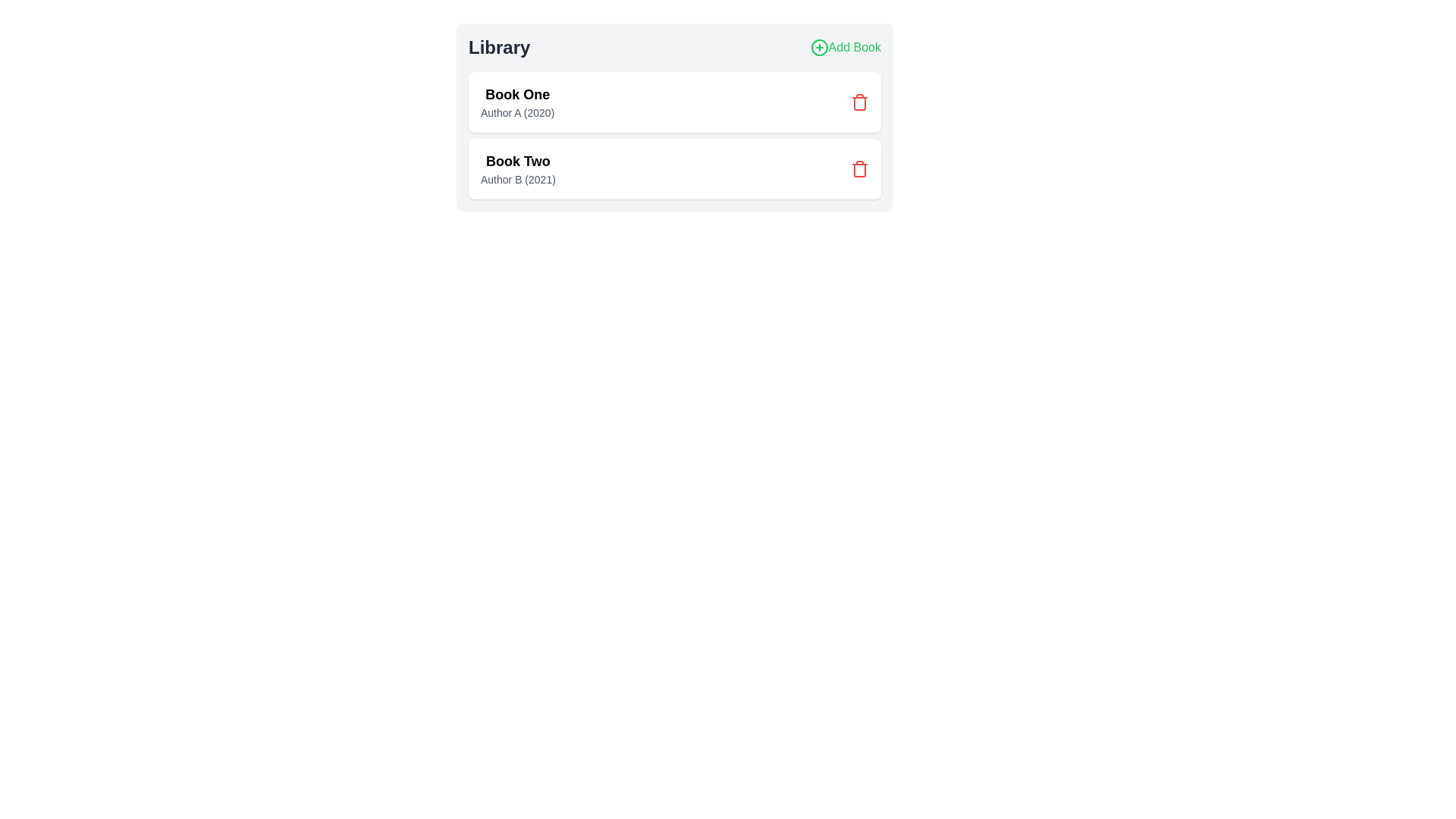 This screenshot has width=1456, height=819. I want to click on the list item containing 'Book Two' under the 'Library' heading, so click(518, 169).